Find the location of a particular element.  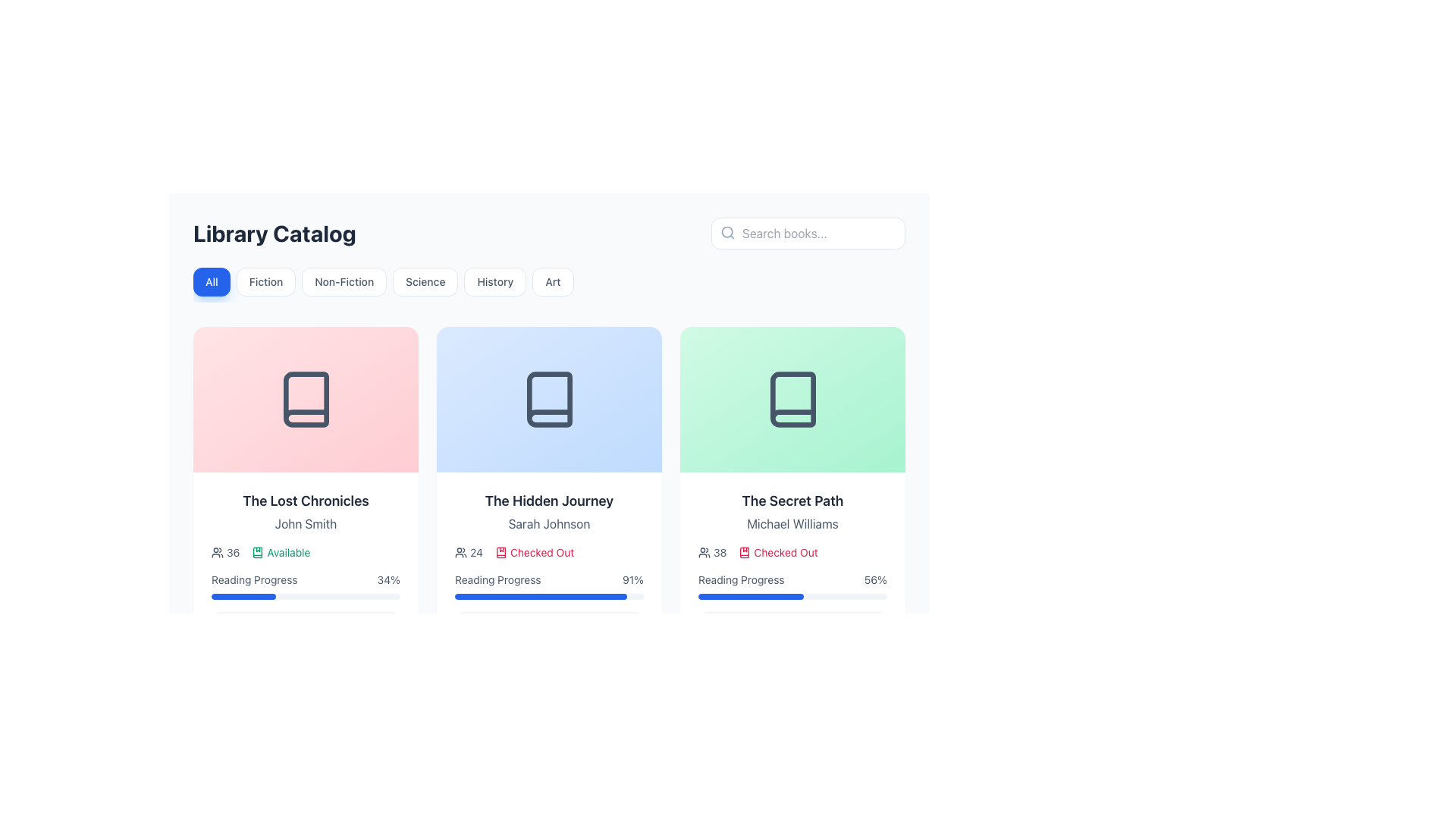

the search bar icon located on the leftmost side of the input field, which provides context for the 'Search books...' placeholder text is located at coordinates (728, 233).